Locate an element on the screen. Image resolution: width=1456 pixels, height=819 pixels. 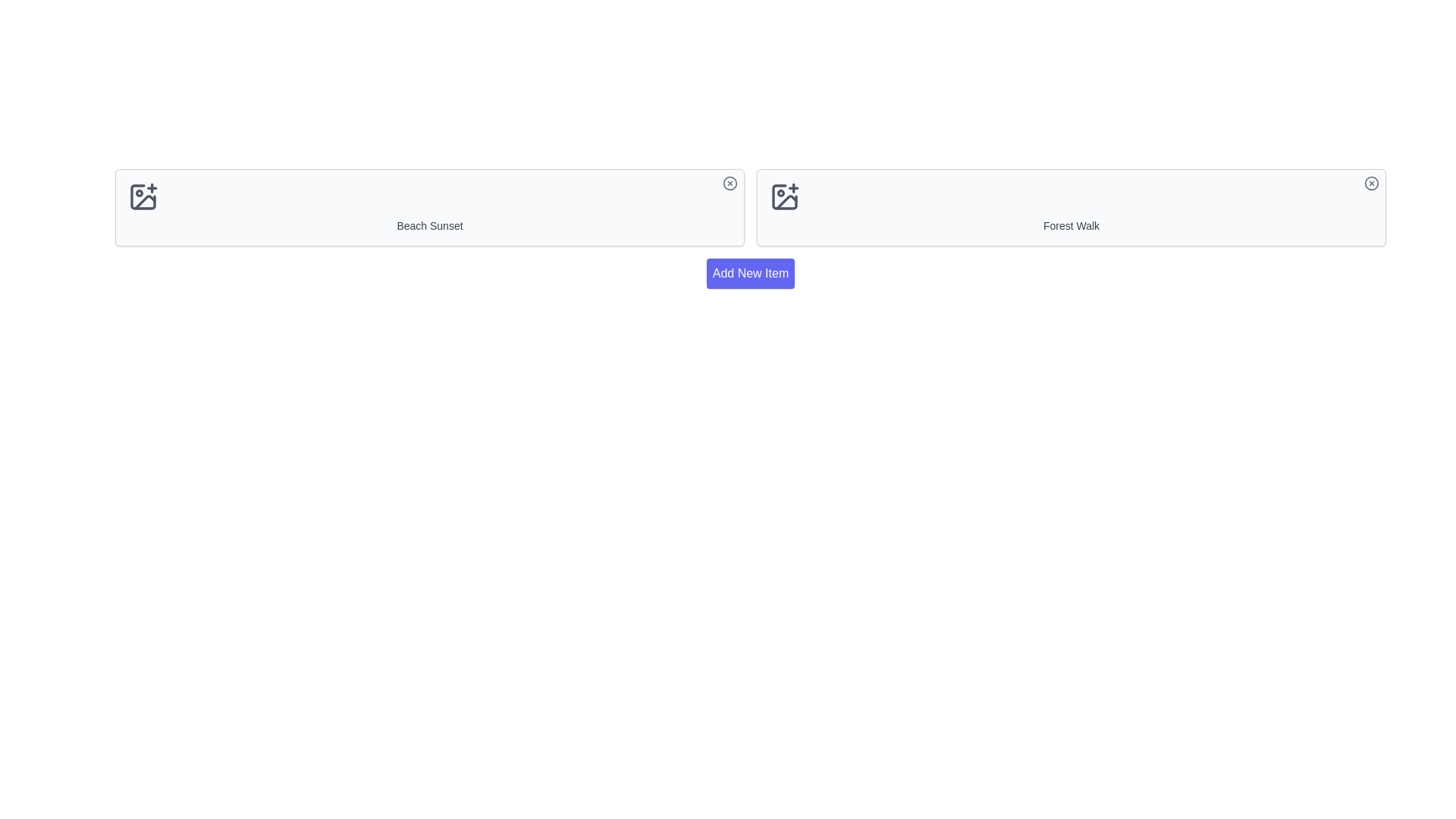
the 'Add New Item' button, which has a blue background and white text, located below the 'Beach Sunset' and 'Forest Walk' elements is located at coordinates (750, 274).